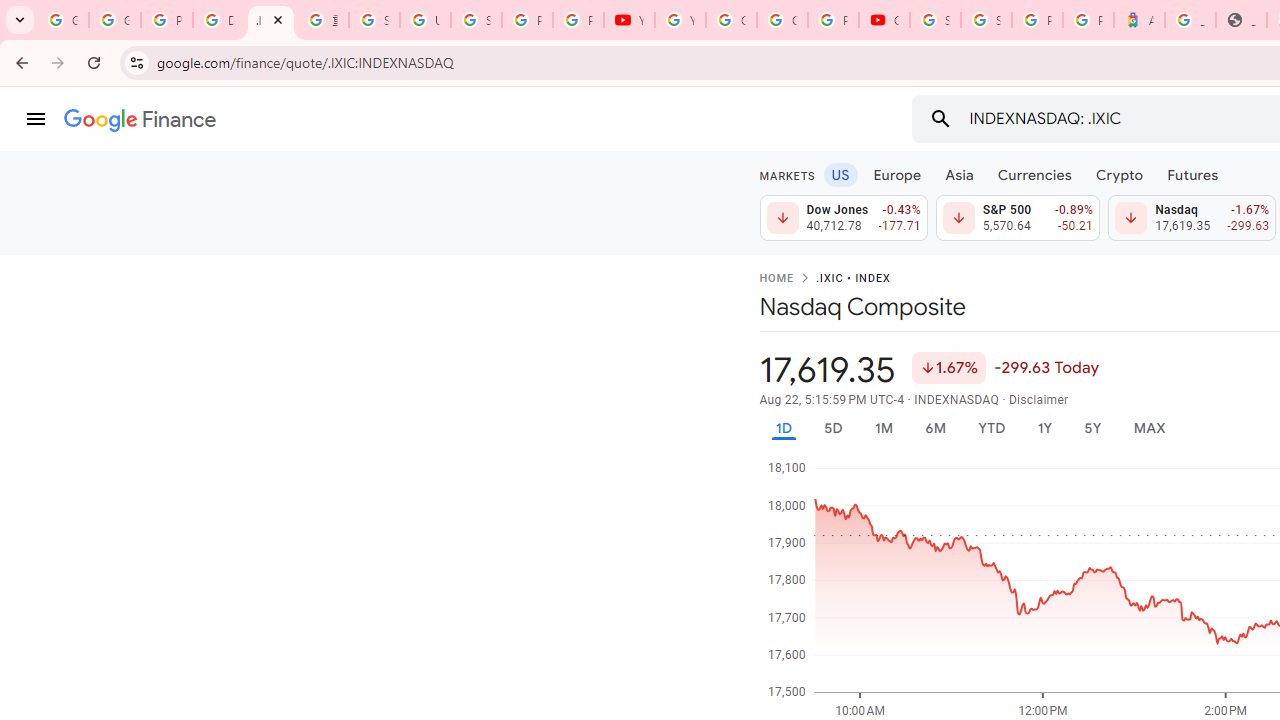  What do you see at coordinates (782, 427) in the screenshot?
I see `'1D'` at bounding box center [782, 427].